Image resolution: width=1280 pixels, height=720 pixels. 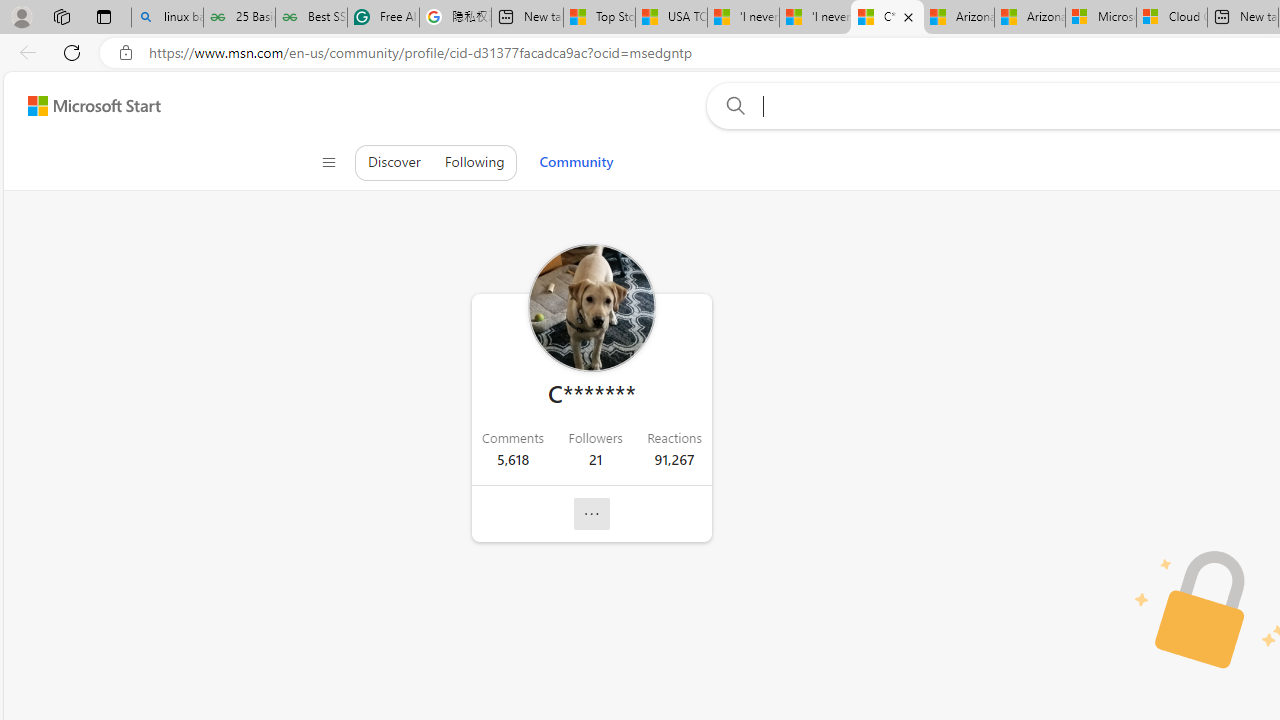 I want to click on 'linux basic - Search', so click(x=167, y=17).